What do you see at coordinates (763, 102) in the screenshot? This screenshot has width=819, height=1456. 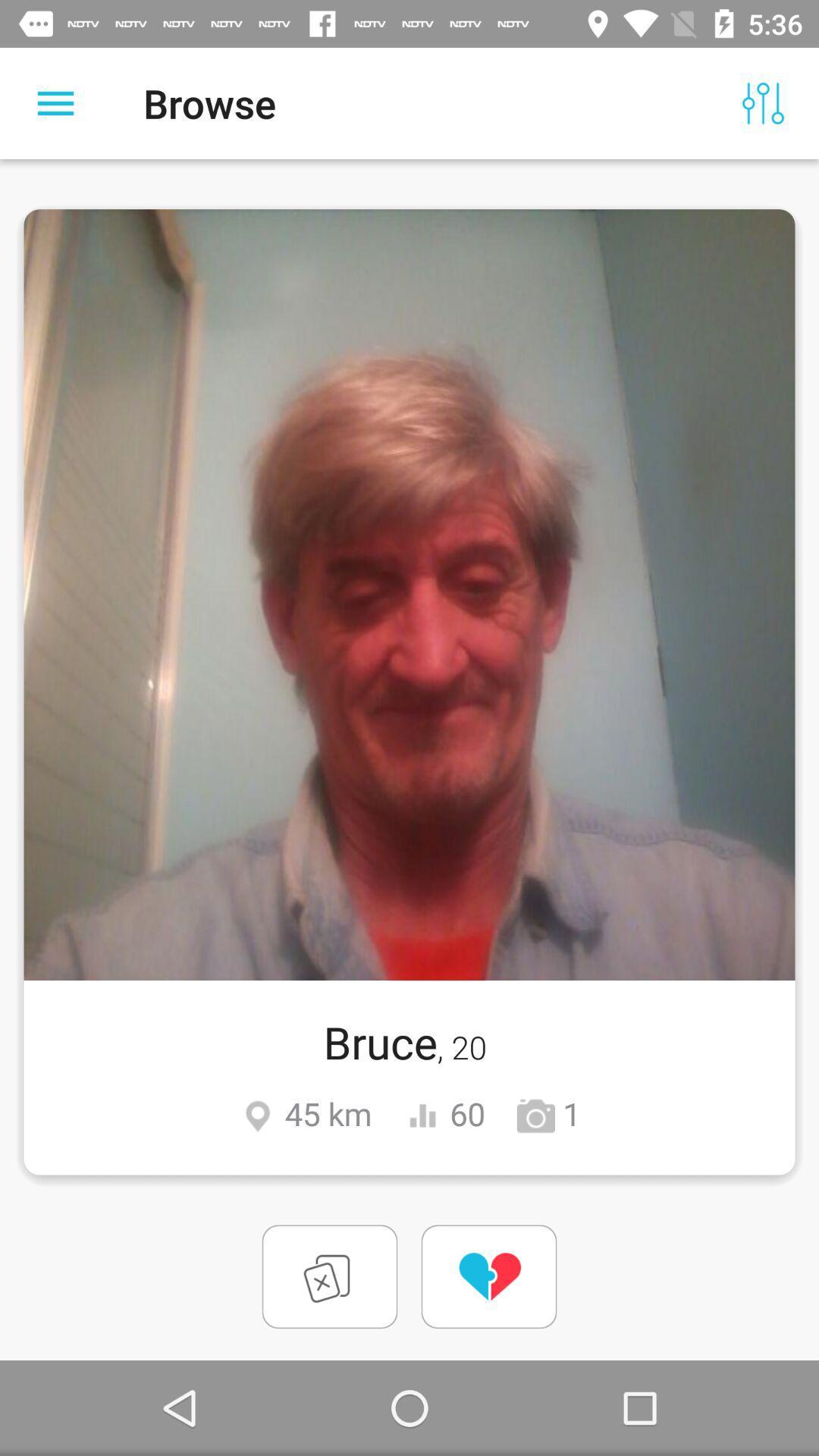 I see `the item at the top right corner` at bounding box center [763, 102].